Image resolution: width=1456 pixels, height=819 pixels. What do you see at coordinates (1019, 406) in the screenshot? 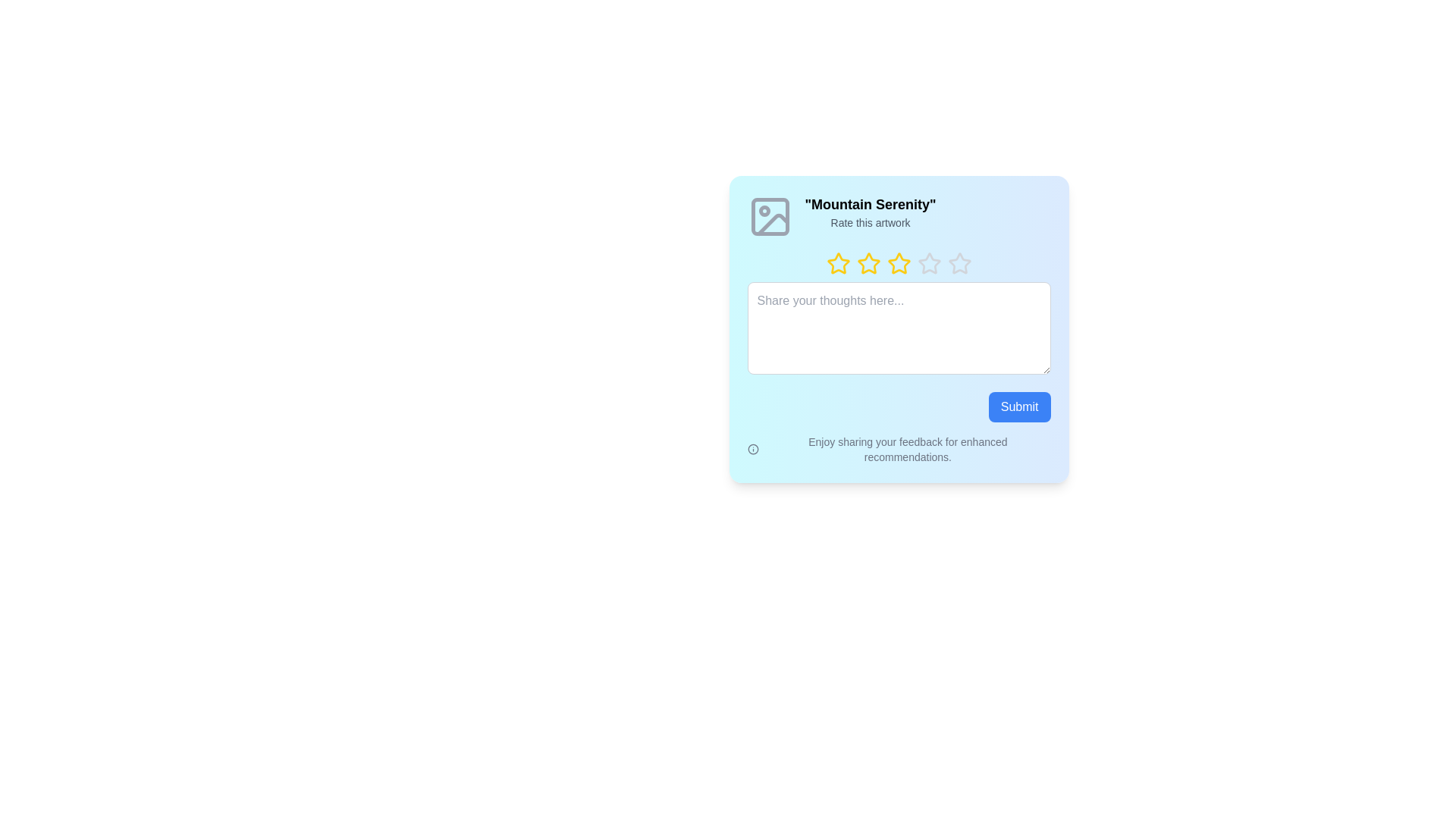
I see `the submit button to send feedback` at bounding box center [1019, 406].